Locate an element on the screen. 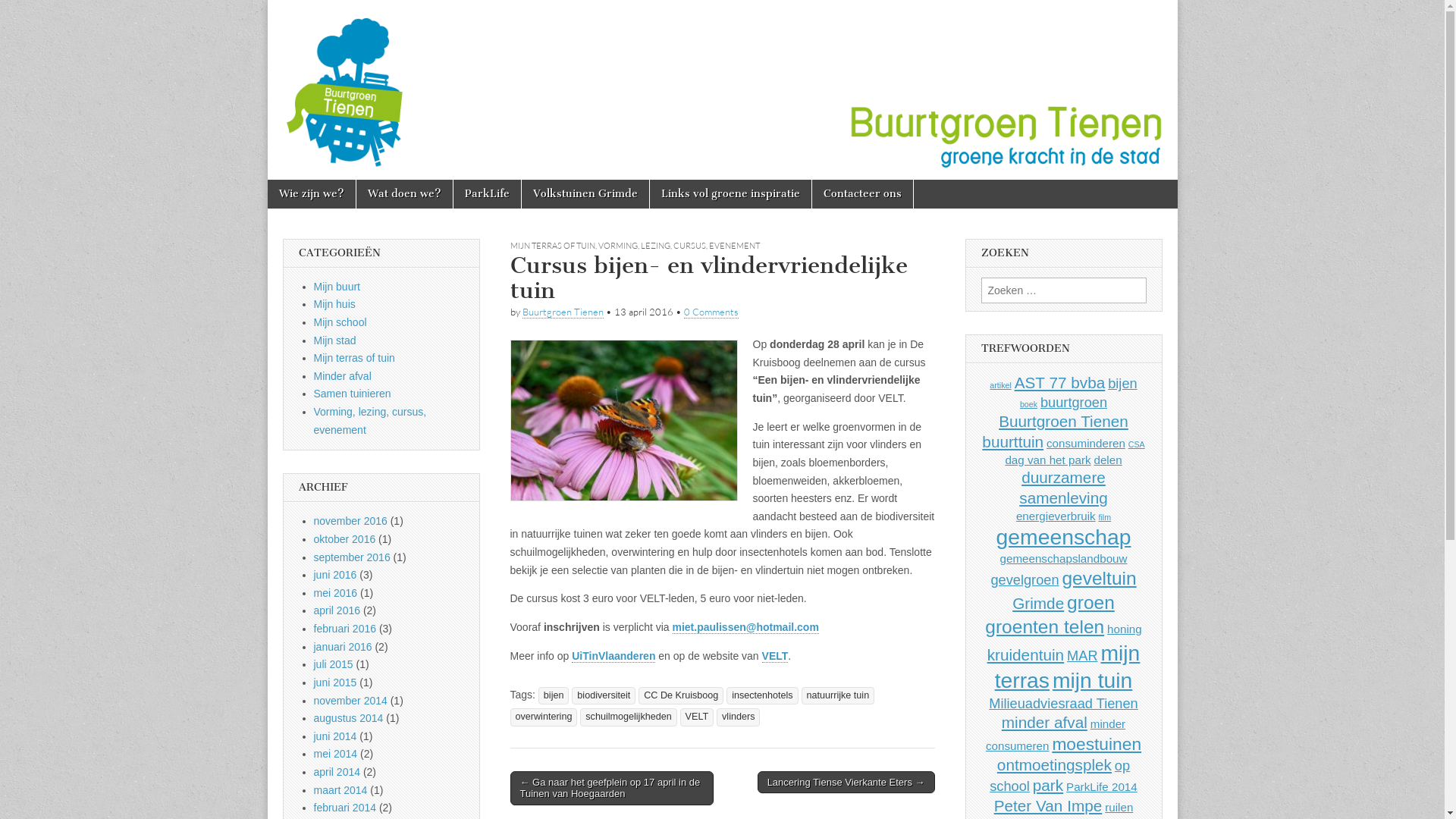 Image resolution: width=1456 pixels, height=819 pixels. 'oktober 2016' is located at coordinates (344, 538).